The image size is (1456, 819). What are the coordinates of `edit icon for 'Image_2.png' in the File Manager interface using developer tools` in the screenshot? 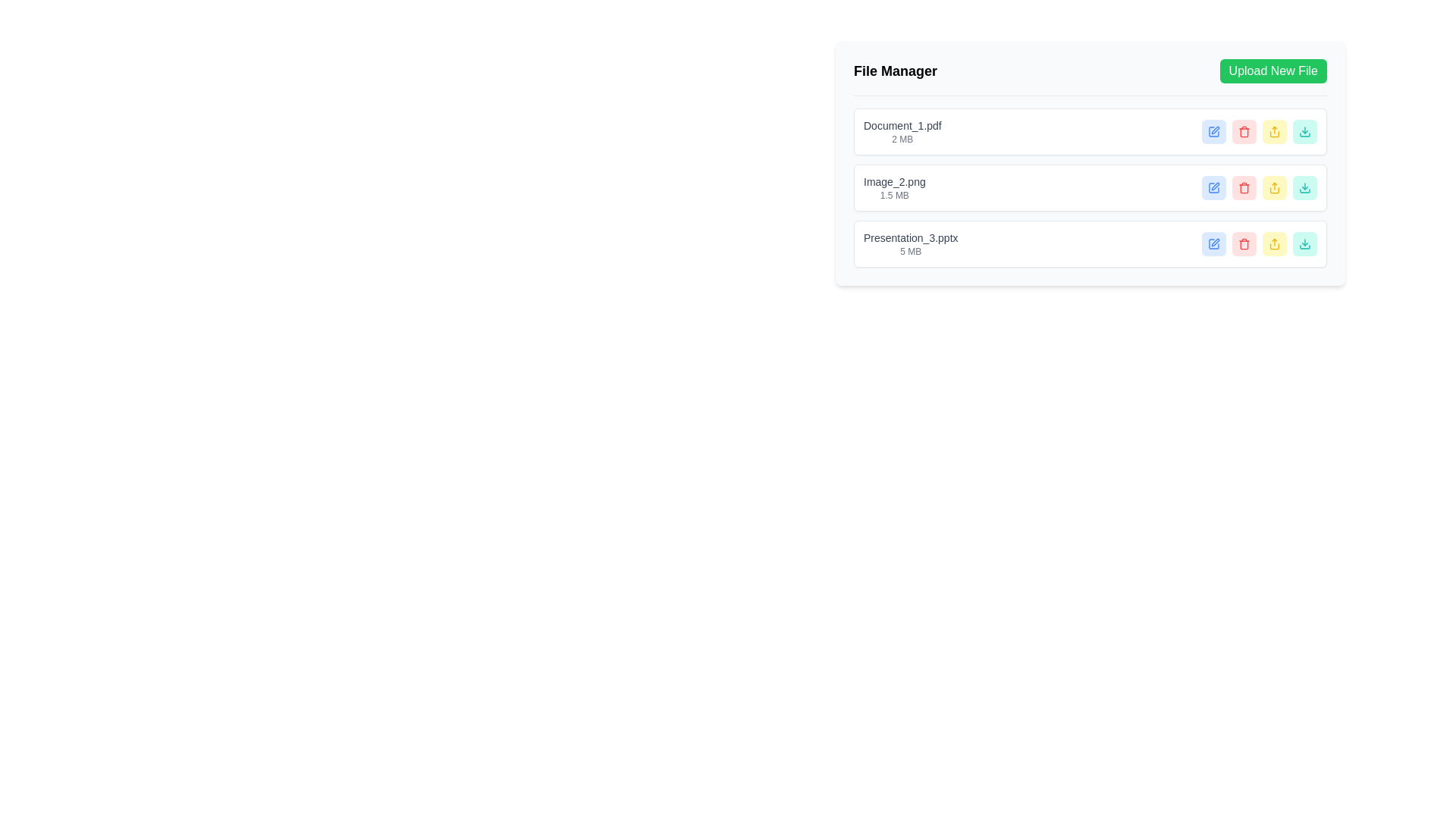 It's located at (1216, 186).